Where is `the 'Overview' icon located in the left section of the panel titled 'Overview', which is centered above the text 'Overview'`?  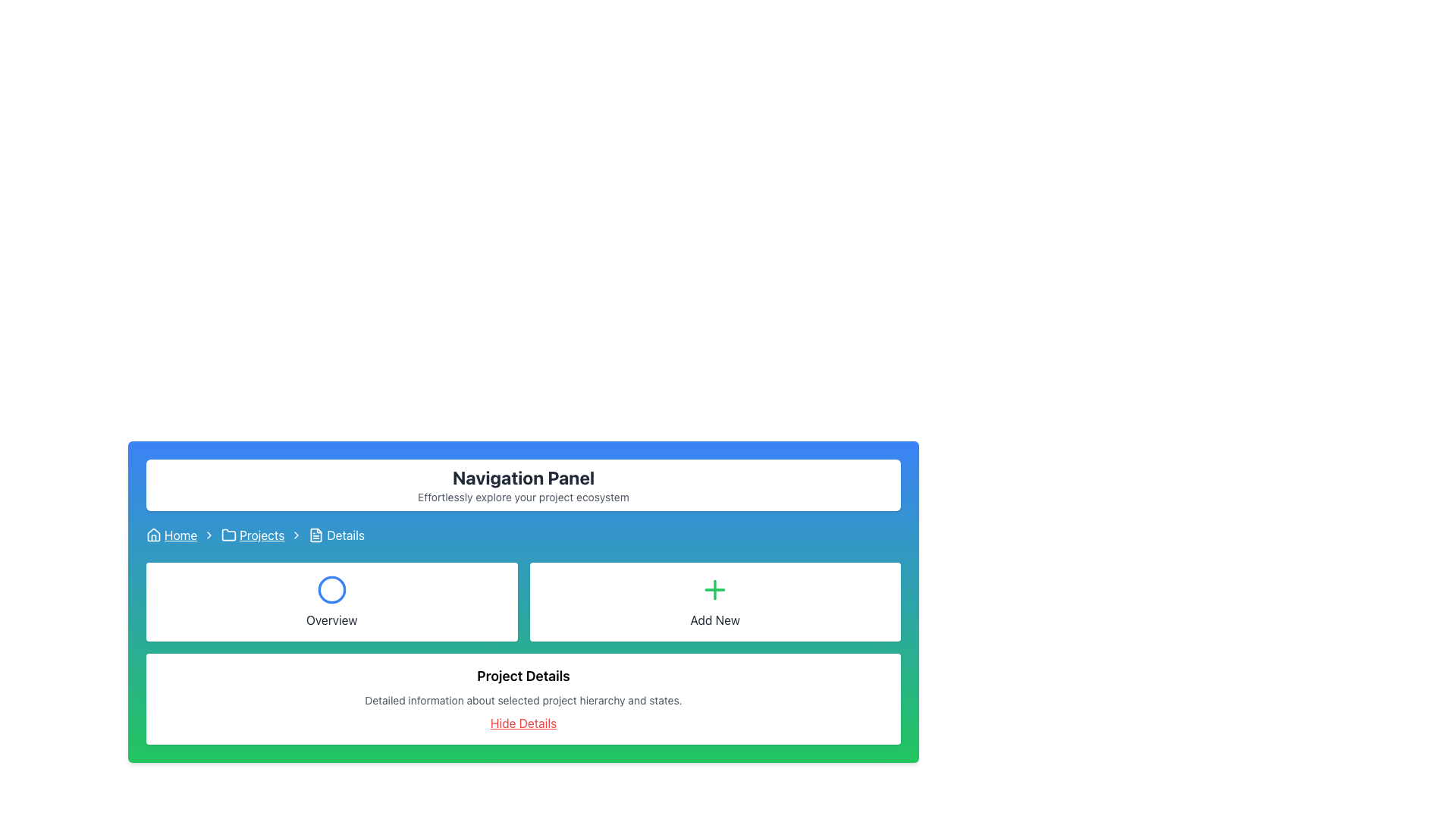 the 'Overview' icon located in the left section of the panel titled 'Overview', which is centered above the text 'Overview' is located at coordinates (331, 589).